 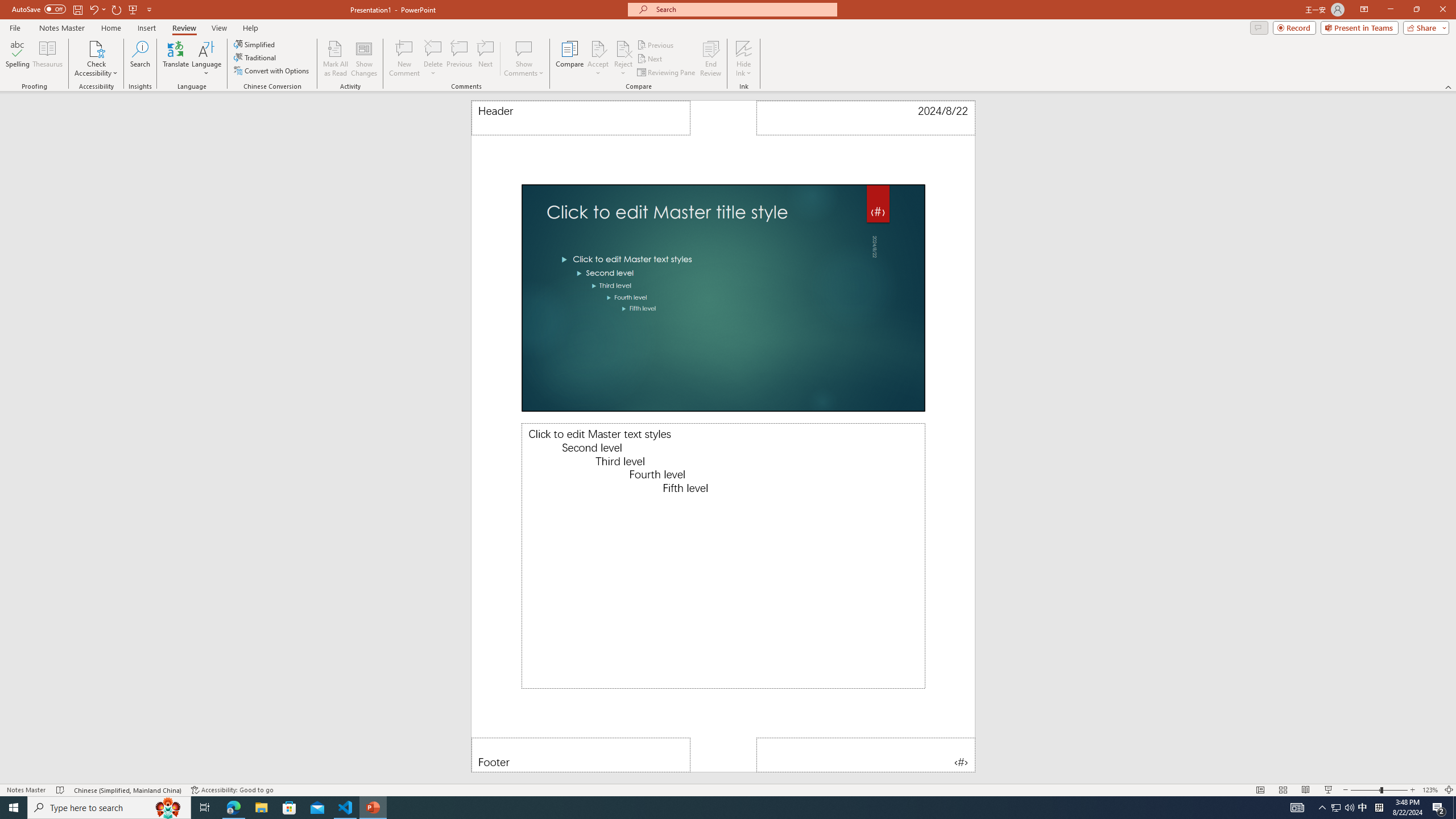 What do you see at coordinates (598, 59) in the screenshot?
I see `'Accept'` at bounding box center [598, 59].